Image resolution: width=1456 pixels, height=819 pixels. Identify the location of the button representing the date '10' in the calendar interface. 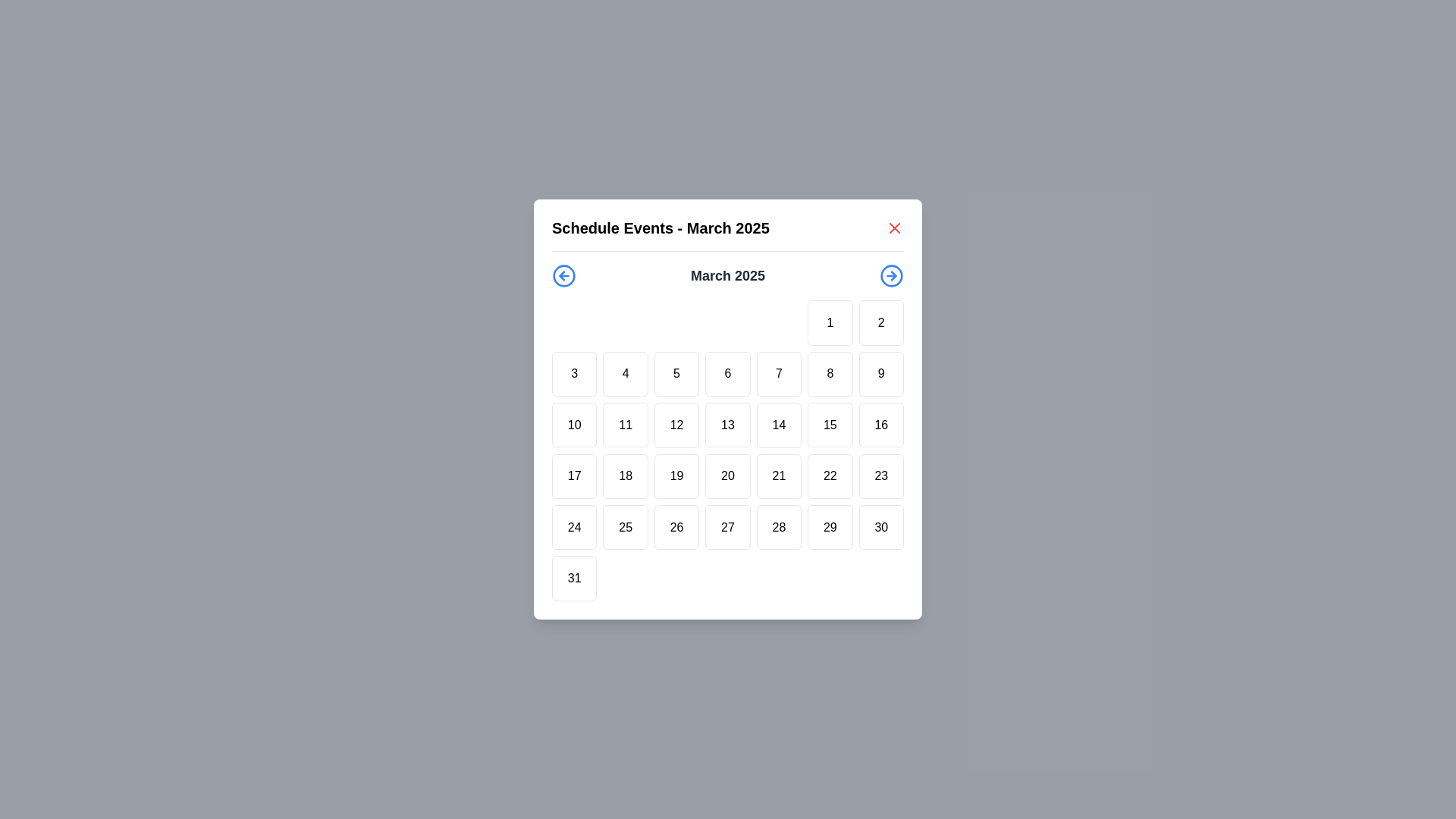
(573, 425).